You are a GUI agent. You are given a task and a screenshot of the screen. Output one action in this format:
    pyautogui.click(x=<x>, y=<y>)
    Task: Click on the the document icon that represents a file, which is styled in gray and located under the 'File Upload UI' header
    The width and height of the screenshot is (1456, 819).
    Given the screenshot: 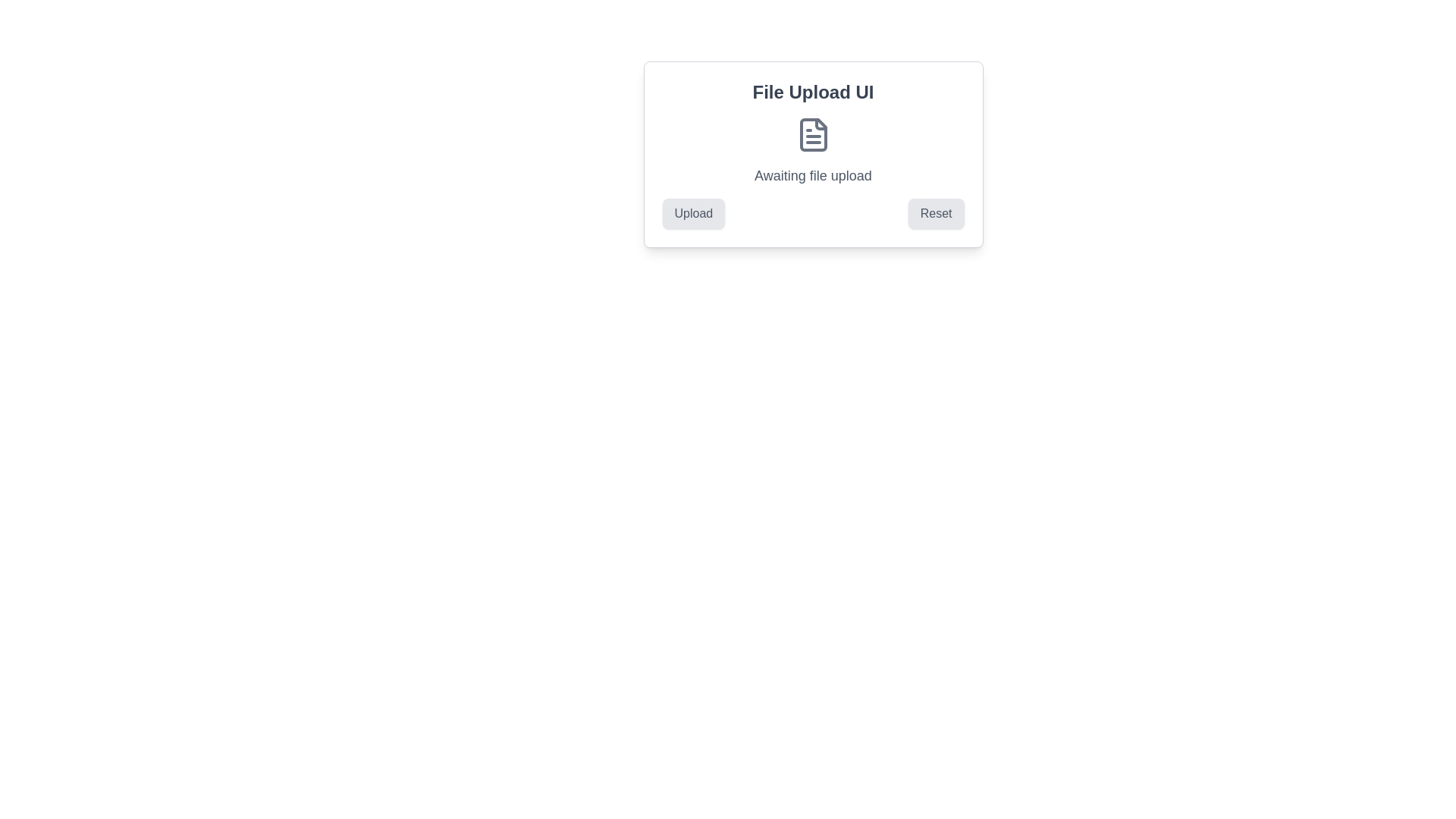 What is the action you would take?
    pyautogui.click(x=812, y=133)
    